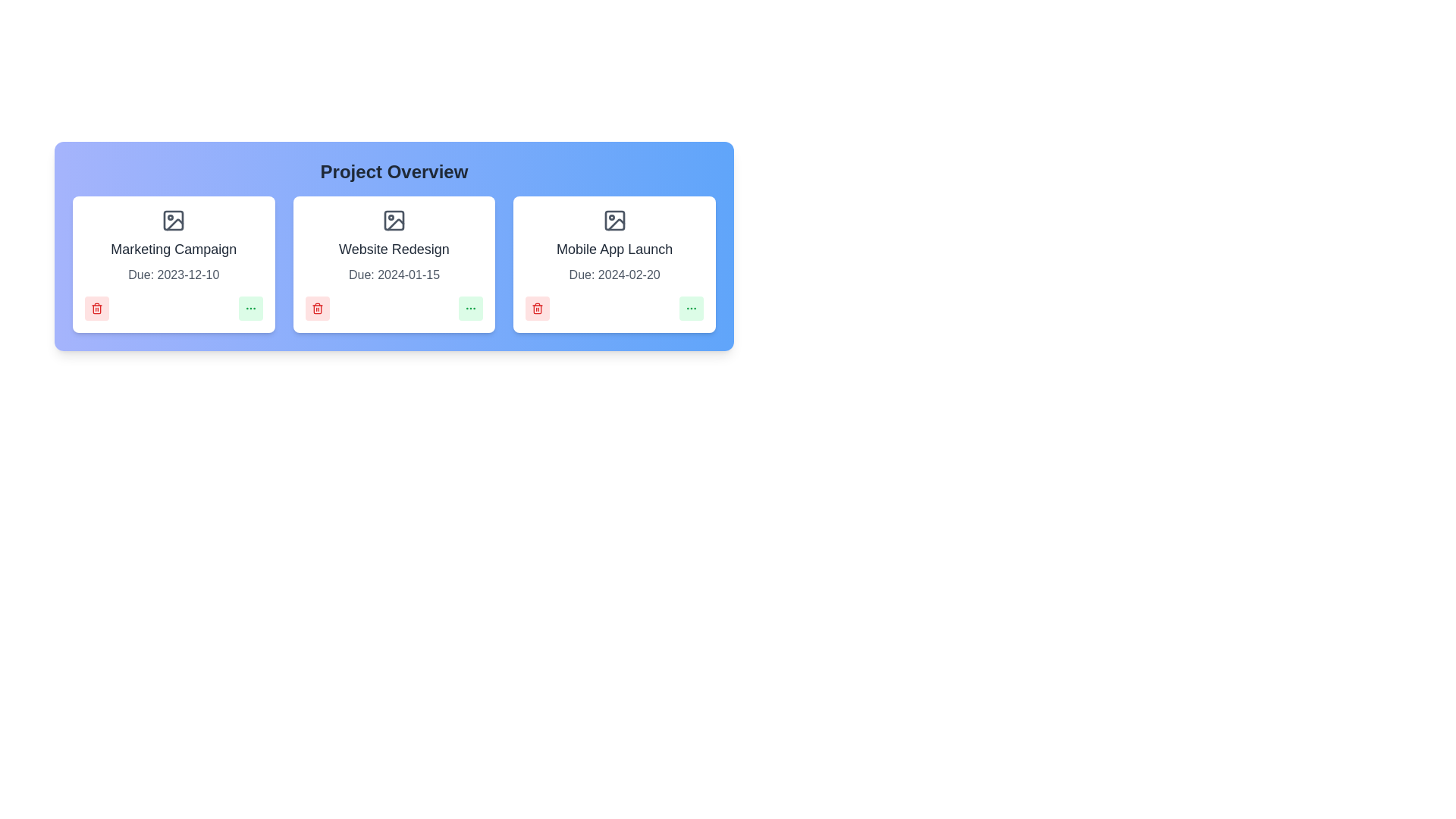 This screenshot has height=819, width=1456. What do you see at coordinates (614, 248) in the screenshot?
I see `the project name Mobile App Launch by clicking on it` at bounding box center [614, 248].